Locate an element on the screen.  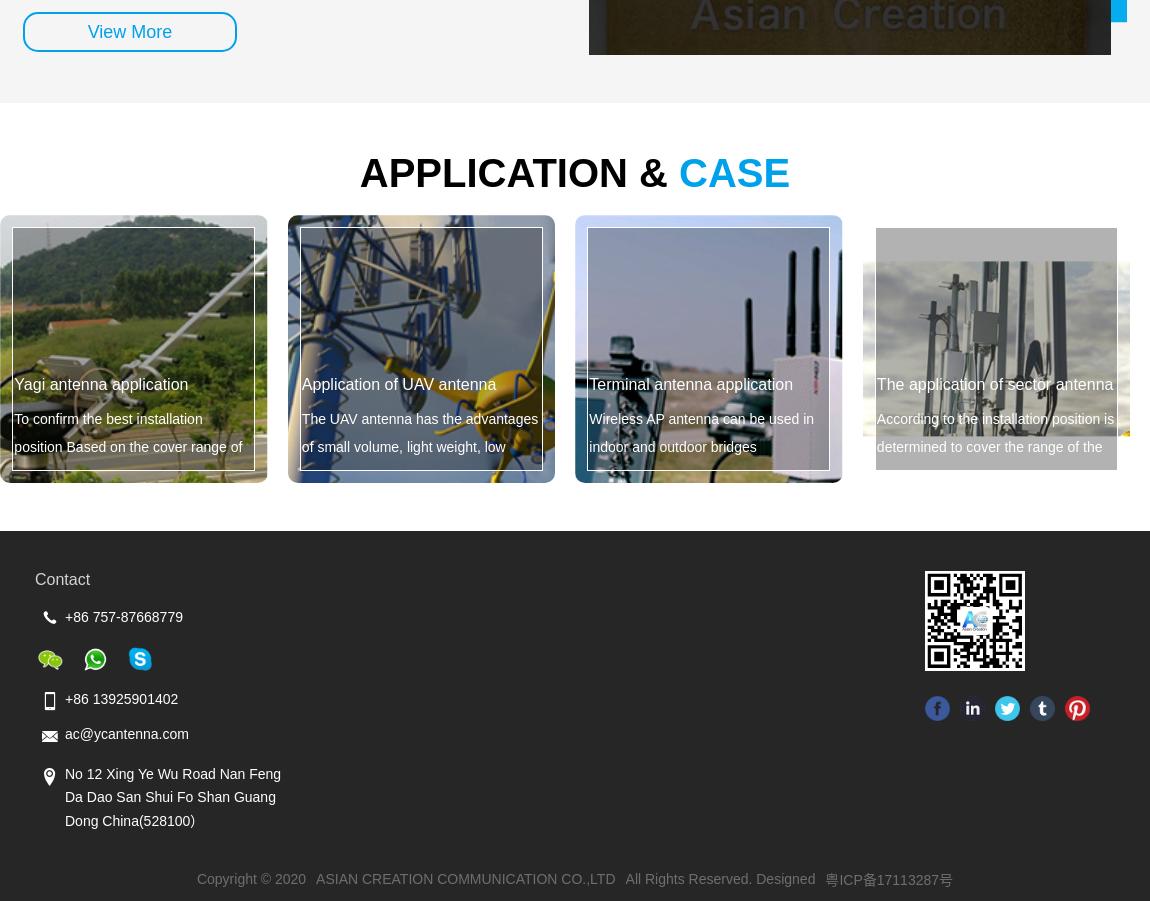
'CASE' is located at coordinates (733, 172).